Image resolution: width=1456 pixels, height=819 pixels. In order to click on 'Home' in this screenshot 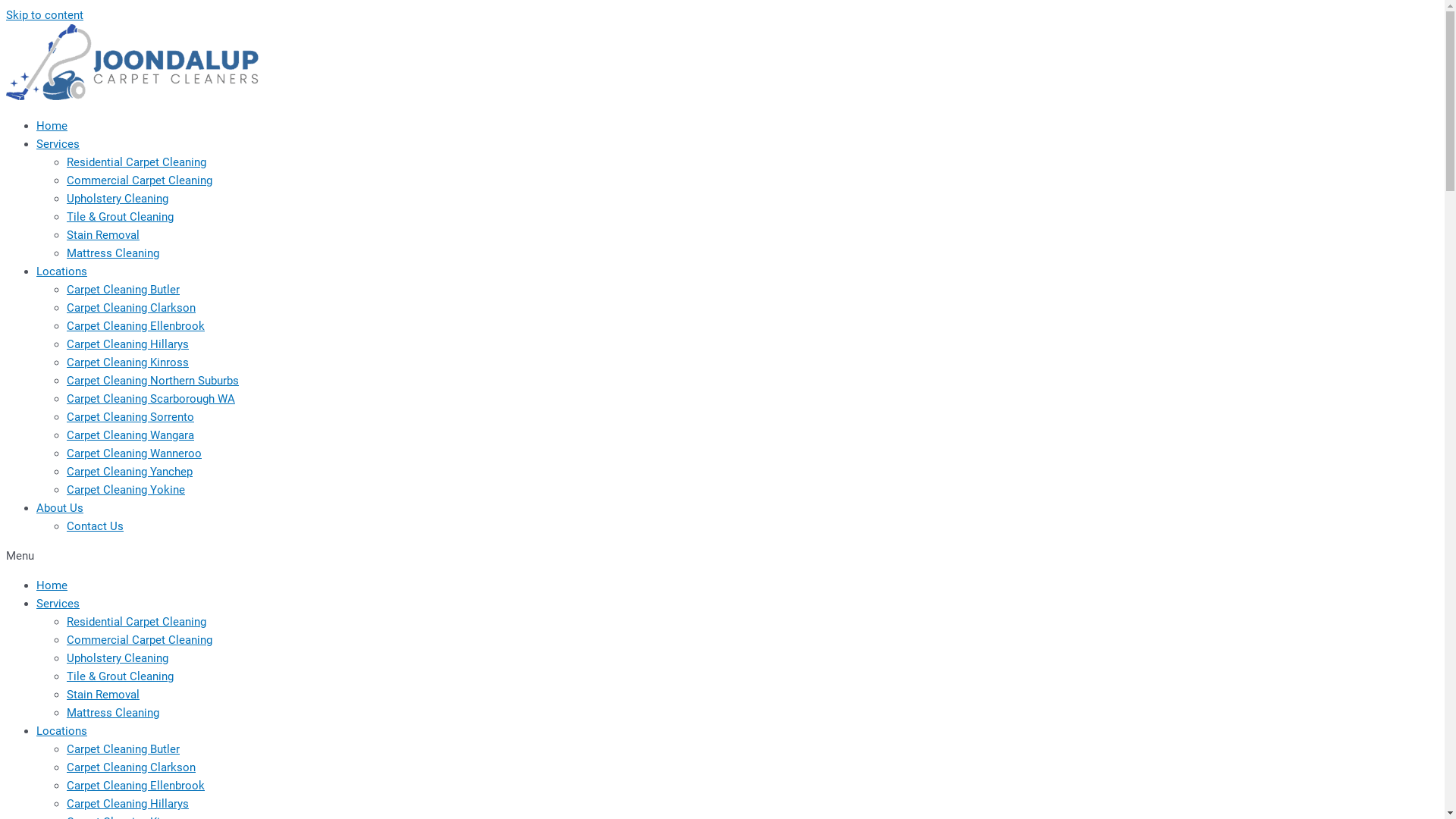, I will do `click(52, 584)`.